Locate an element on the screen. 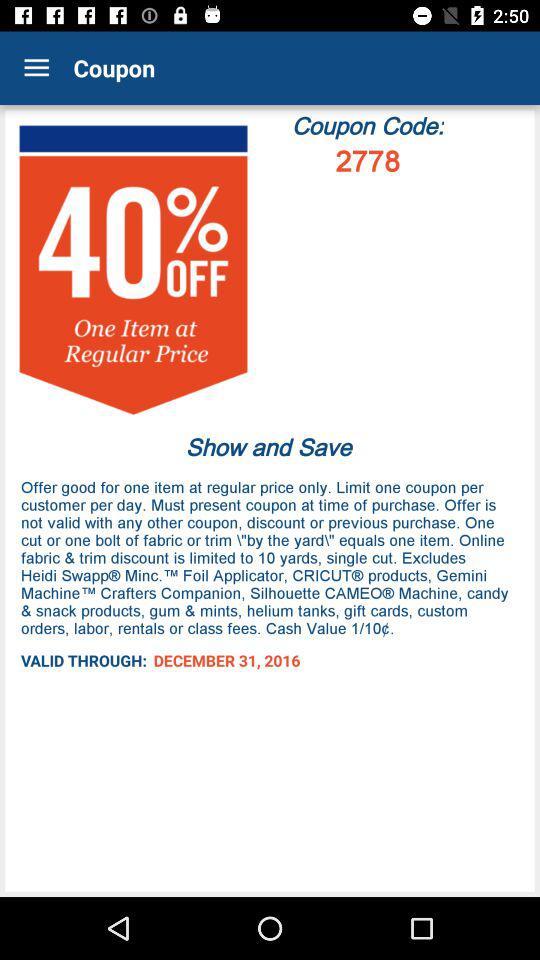 The height and width of the screenshot is (960, 540). icon next to the coupon item is located at coordinates (36, 68).